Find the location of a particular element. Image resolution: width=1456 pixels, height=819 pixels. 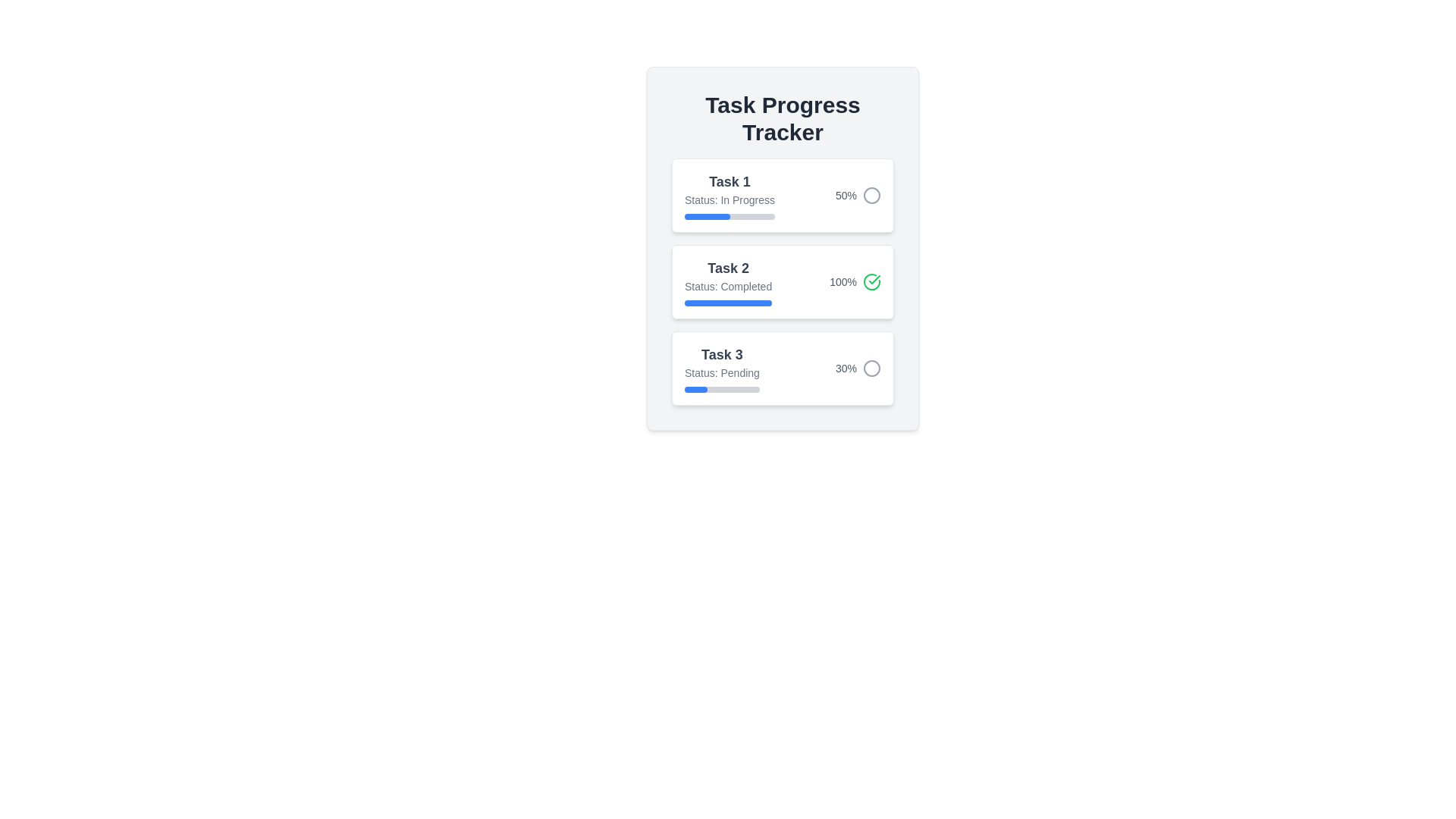

the text label that identifies 'Task 3' within the task progress tracker interface, located at the top of its block is located at coordinates (721, 354).